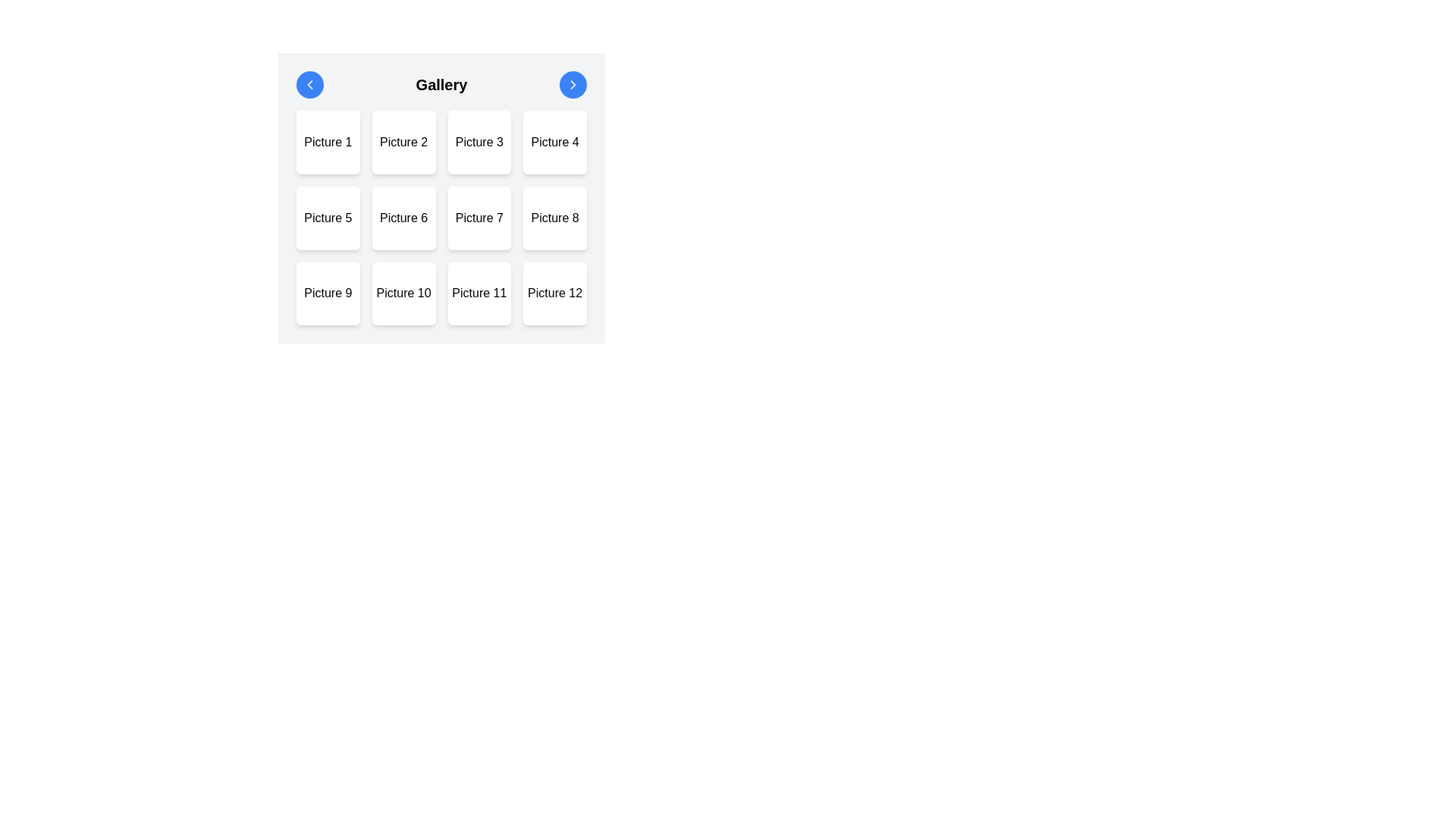 The height and width of the screenshot is (819, 1456). What do you see at coordinates (327, 218) in the screenshot?
I see `the Button-like grid item labeled 'Picture 5', which is located in the second row and first column of a 4x3 grid layout` at bounding box center [327, 218].